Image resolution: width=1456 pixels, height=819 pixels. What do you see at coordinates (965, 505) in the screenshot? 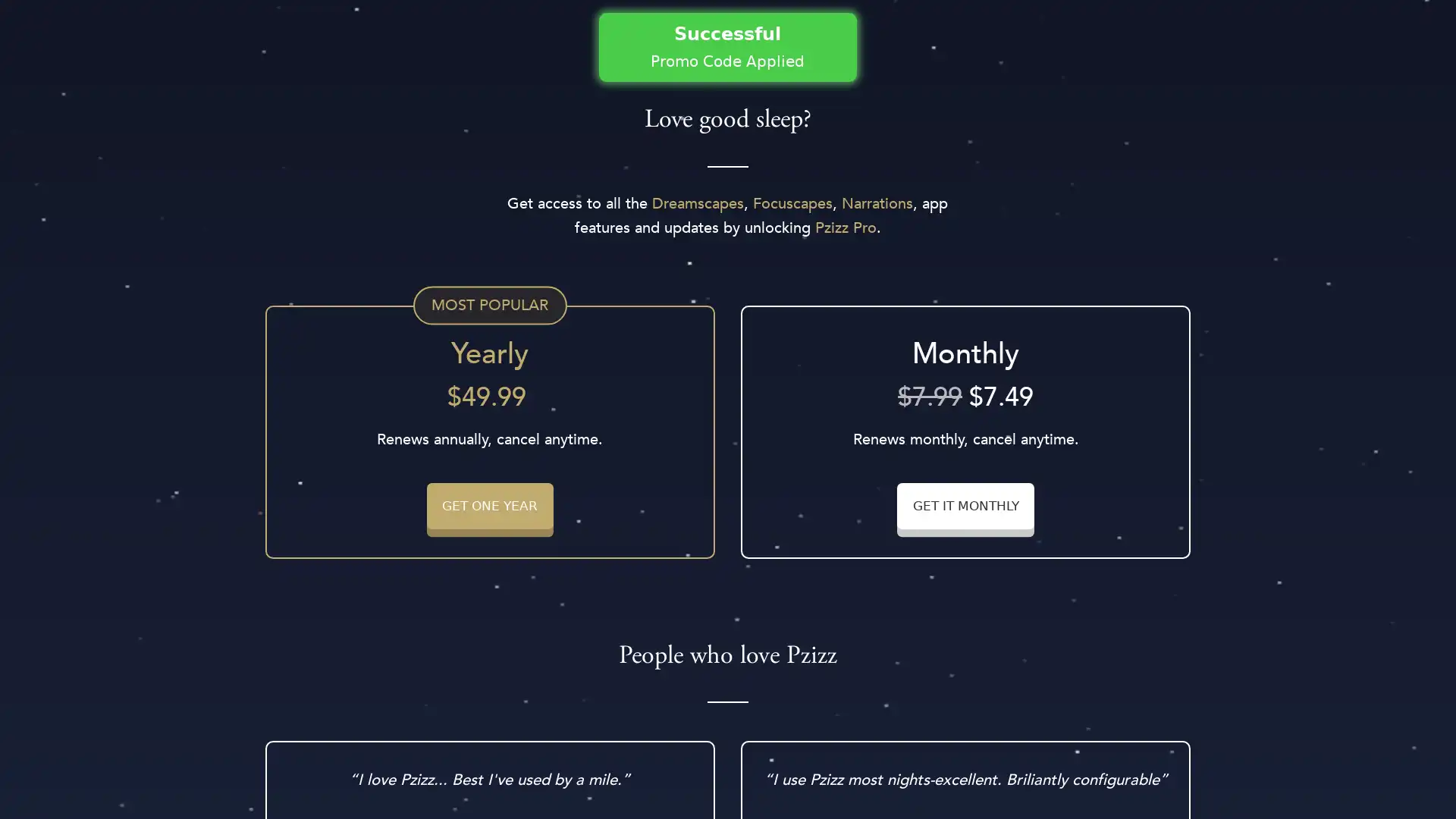
I see `GET IT MONTHLY` at bounding box center [965, 505].